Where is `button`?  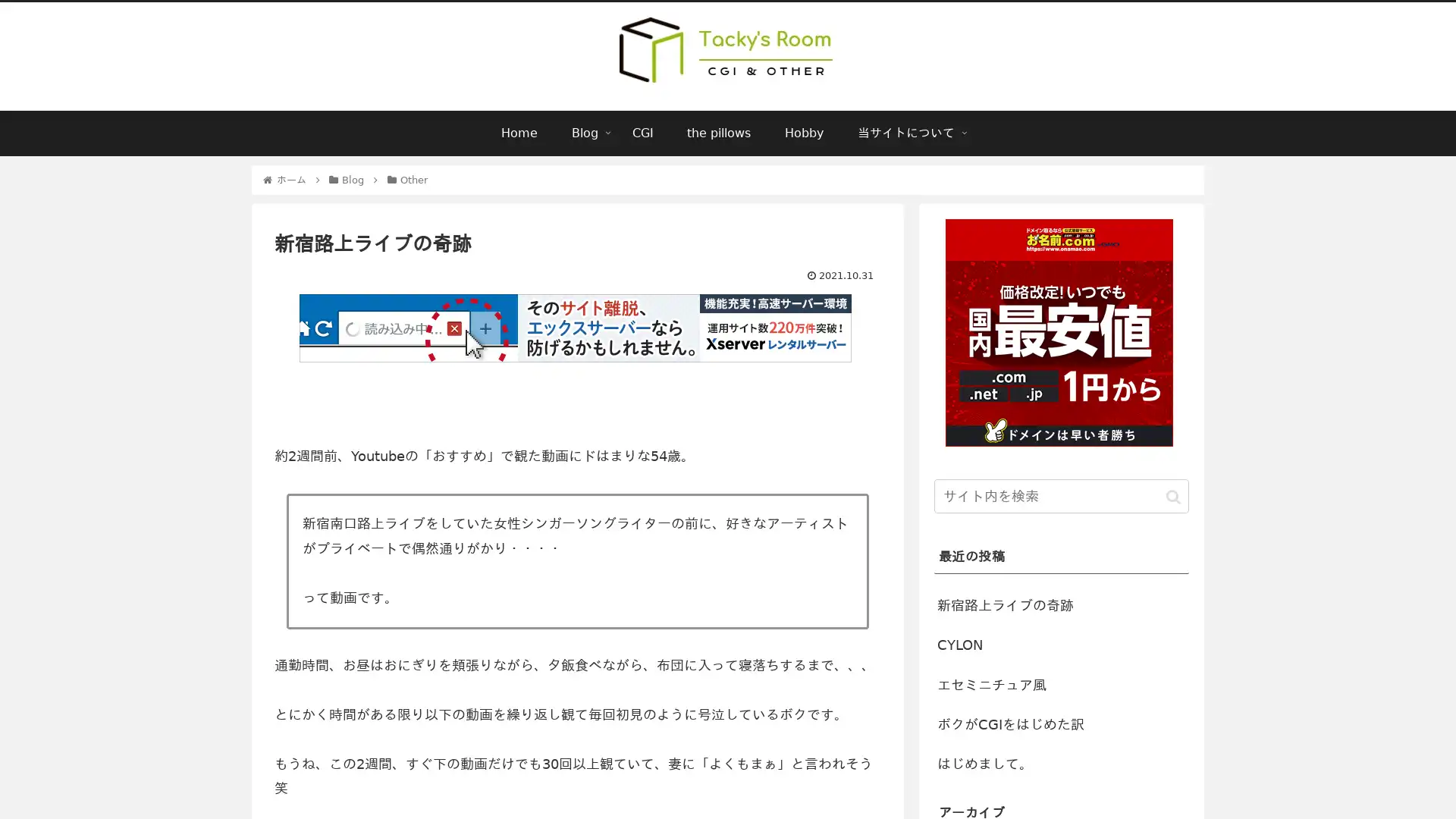
button is located at coordinates (1172, 496).